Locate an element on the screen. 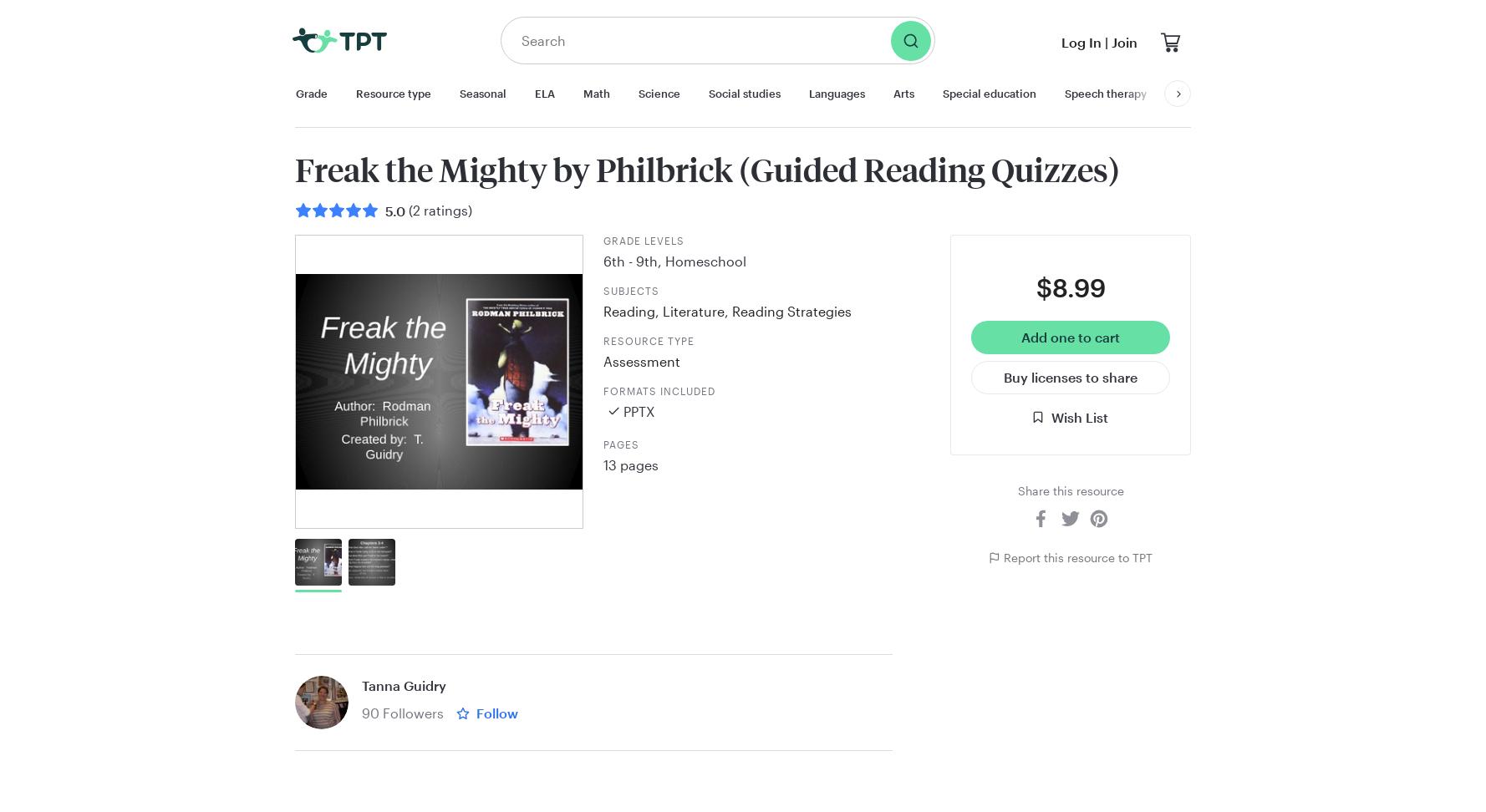  'Report this resource to TPT' is located at coordinates (1077, 556).